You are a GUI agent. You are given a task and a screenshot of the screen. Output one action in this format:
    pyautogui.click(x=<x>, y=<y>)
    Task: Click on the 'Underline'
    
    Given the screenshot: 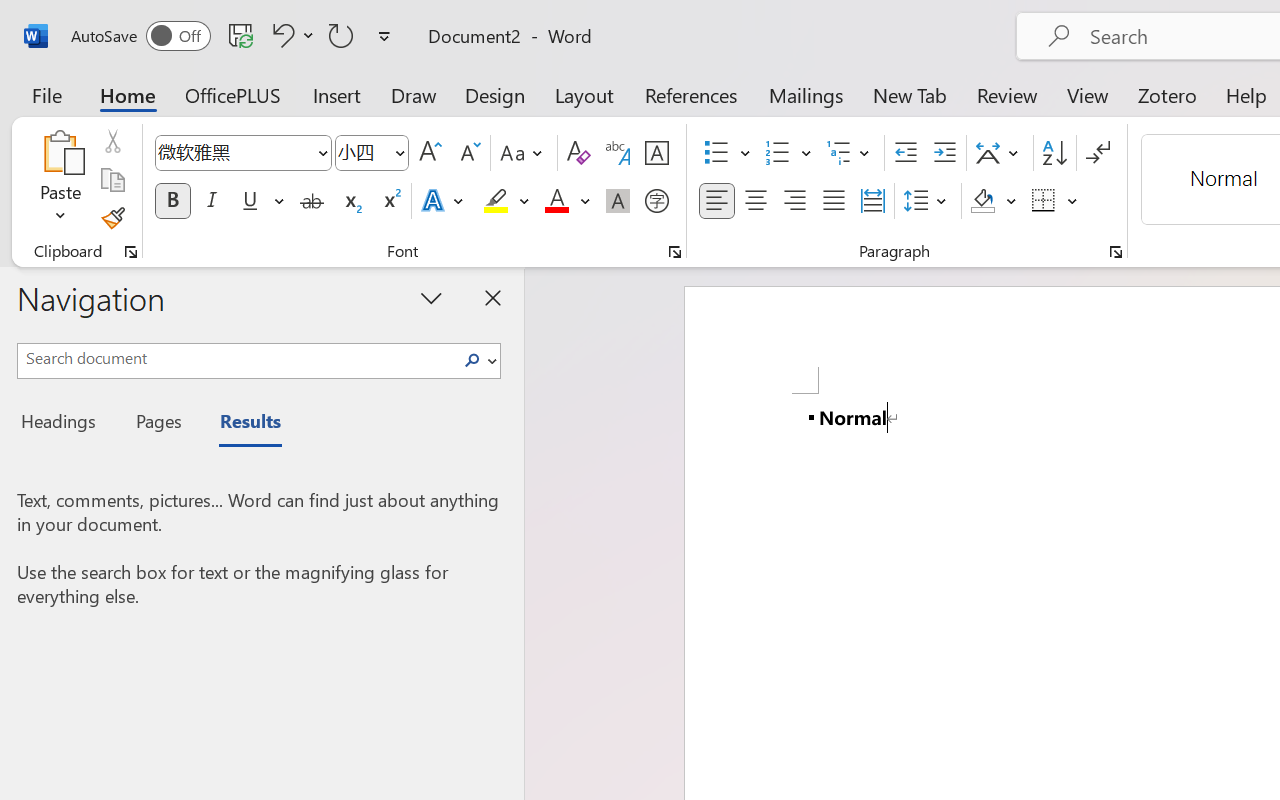 What is the action you would take?
    pyautogui.click(x=249, y=201)
    